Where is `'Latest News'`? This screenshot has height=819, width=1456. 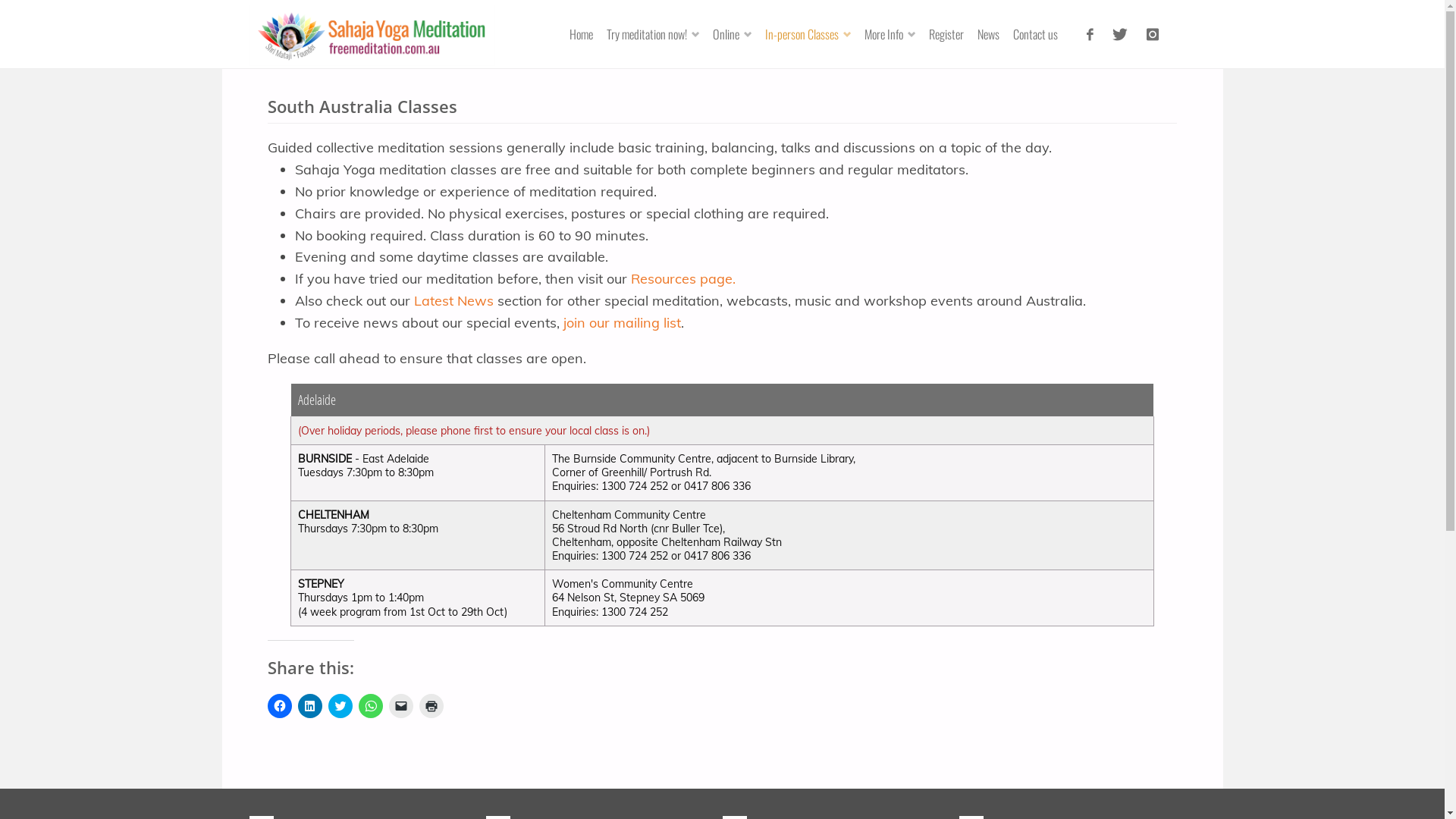 'Latest News' is located at coordinates (453, 300).